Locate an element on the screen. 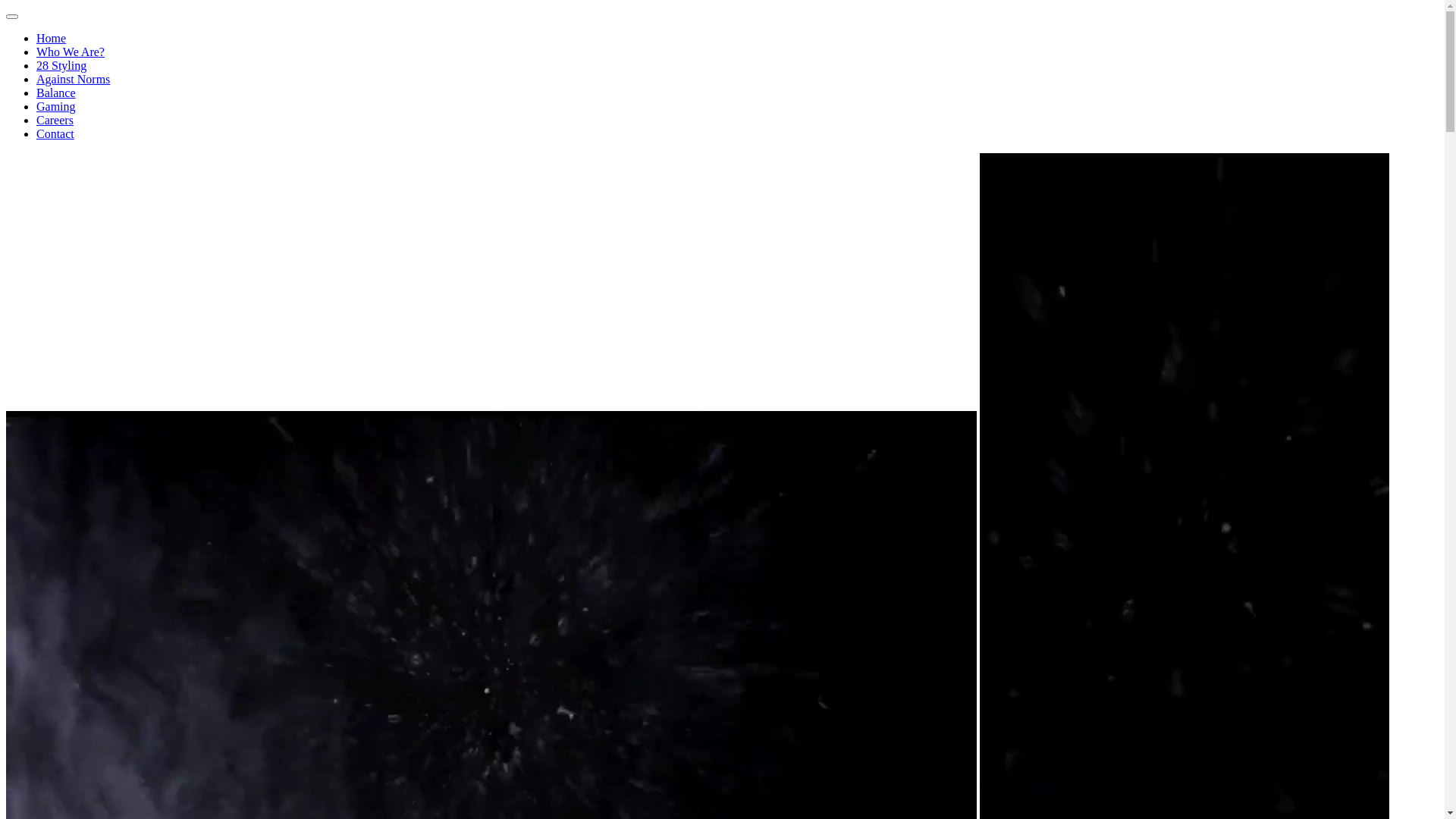 Image resolution: width=1456 pixels, height=819 pixels. 'Who We Are?' is located at coordinates (69, 51).